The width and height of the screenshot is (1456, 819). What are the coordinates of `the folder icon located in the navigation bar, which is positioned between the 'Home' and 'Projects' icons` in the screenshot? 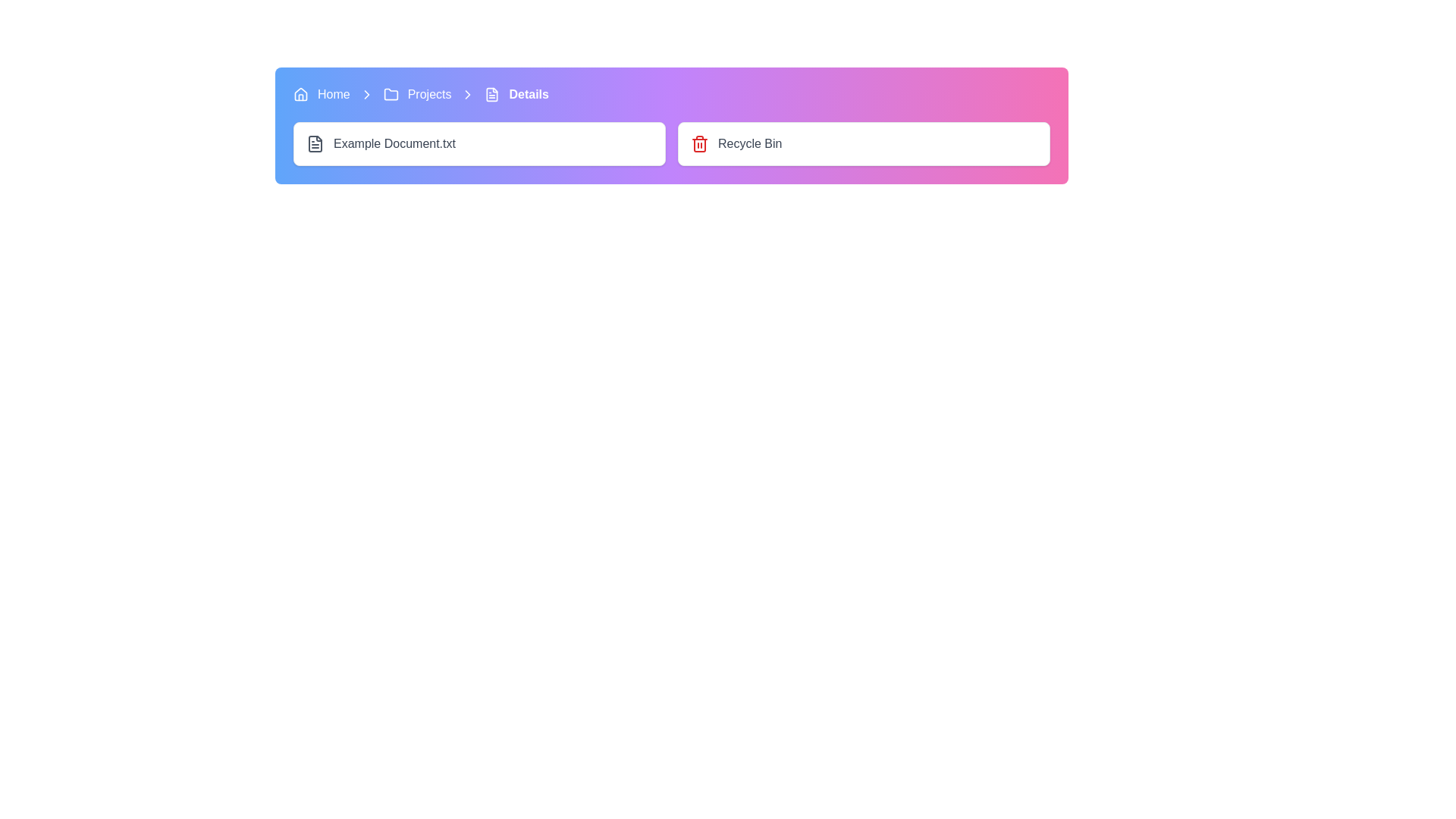 It's located at (391, 94).